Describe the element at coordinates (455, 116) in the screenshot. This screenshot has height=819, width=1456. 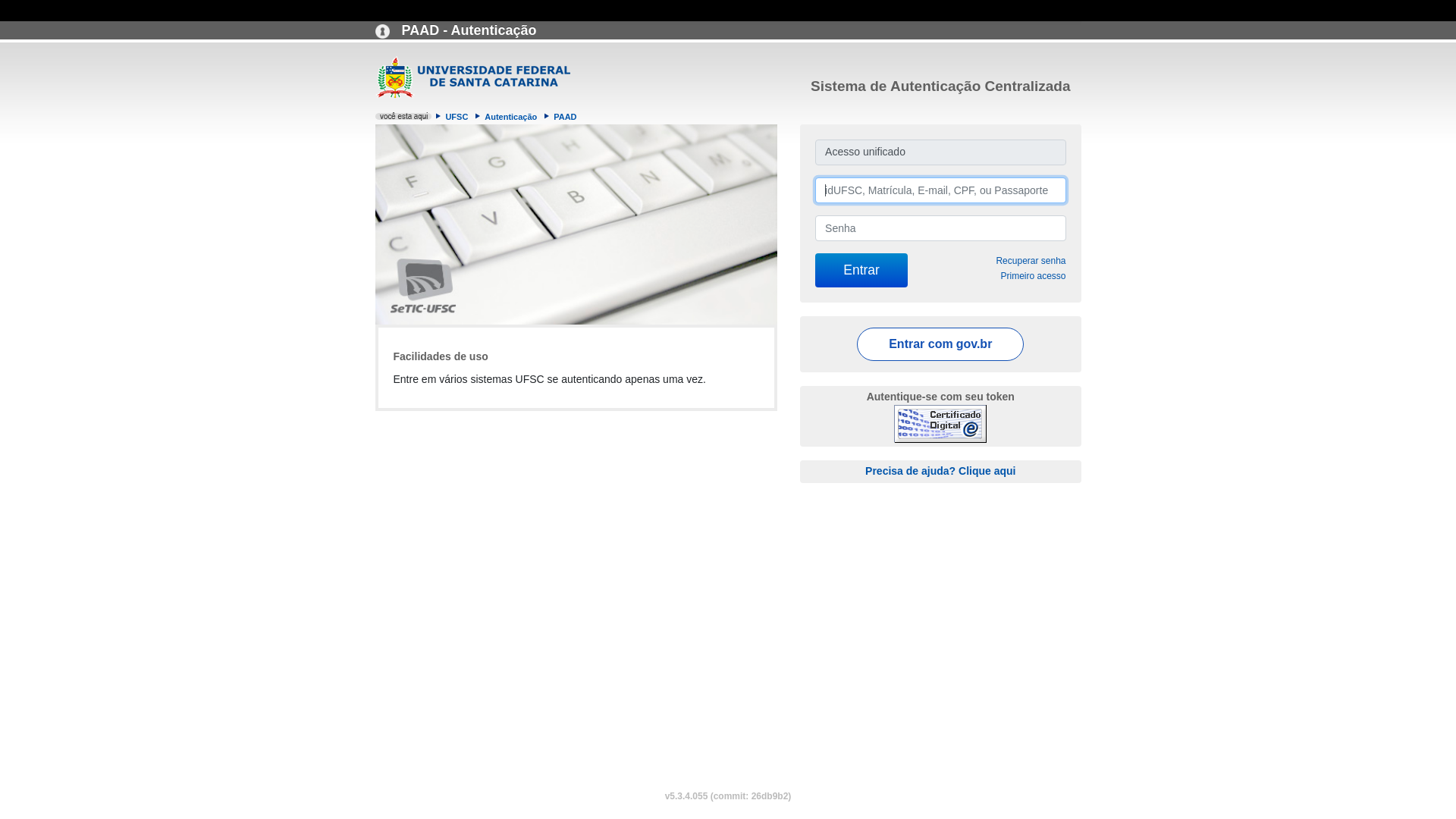
I see `'UFSC'` at that location.